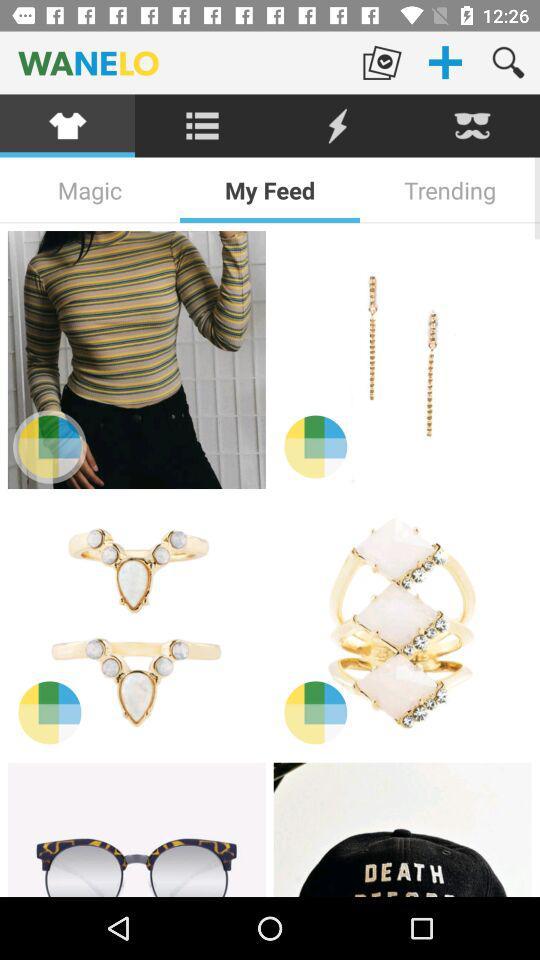 The image size is (540, 960). Describe the element at coordinates (202, 125) in the screenshot. I see `icon below wanelo icon` at that location.